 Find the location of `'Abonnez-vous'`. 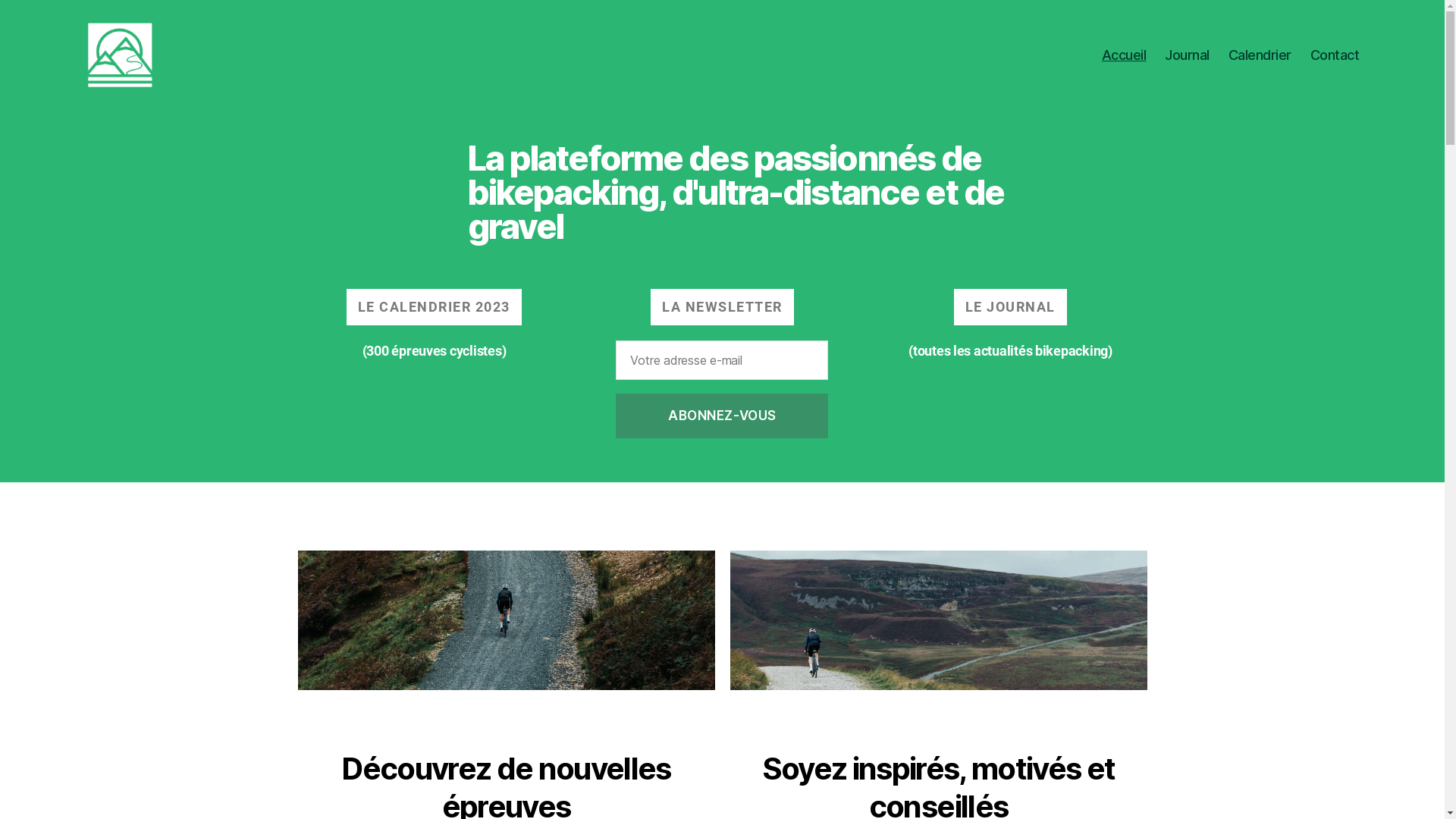

'Abonnez-vous' is located at coordinates (720, 416).